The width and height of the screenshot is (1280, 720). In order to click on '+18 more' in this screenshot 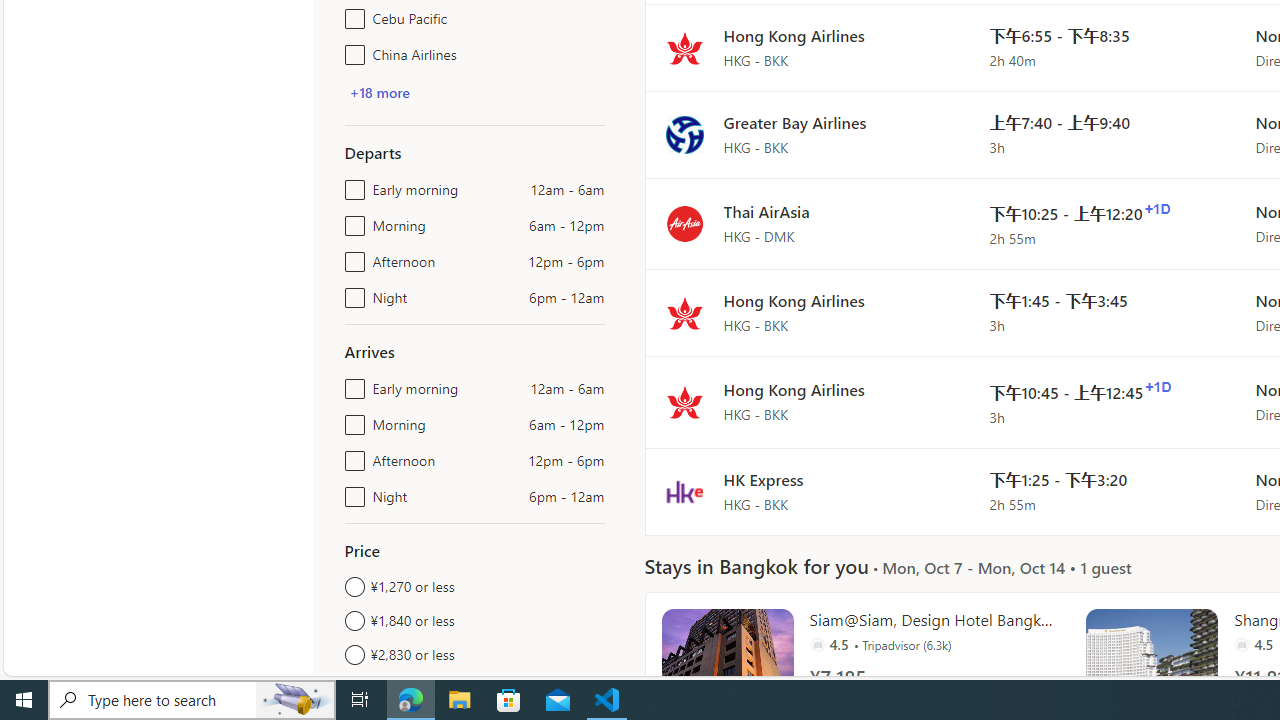, I will do `click(379, 92)`.